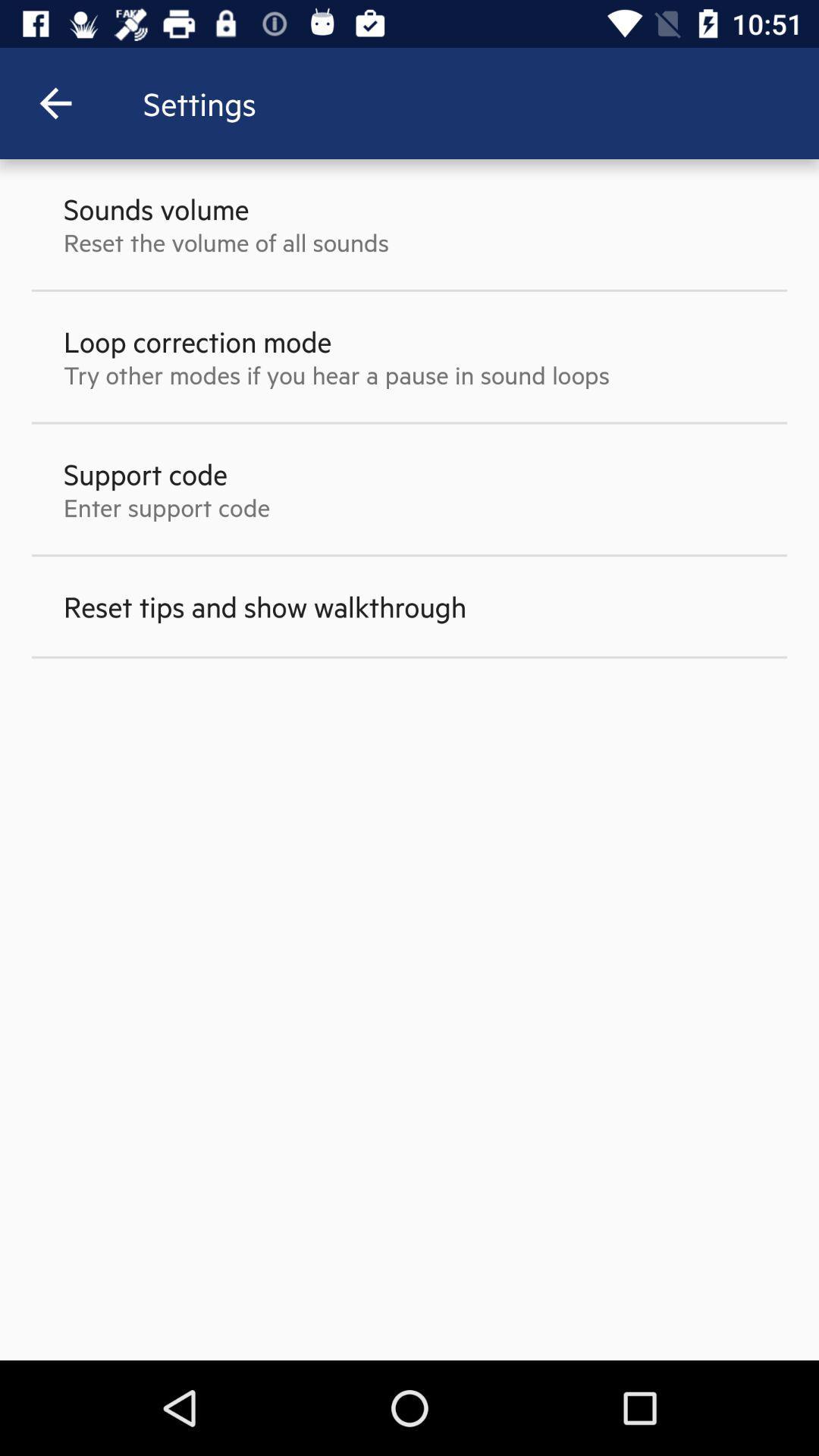  I want to click on the item below the sounds volume icon, so click(226, 241).